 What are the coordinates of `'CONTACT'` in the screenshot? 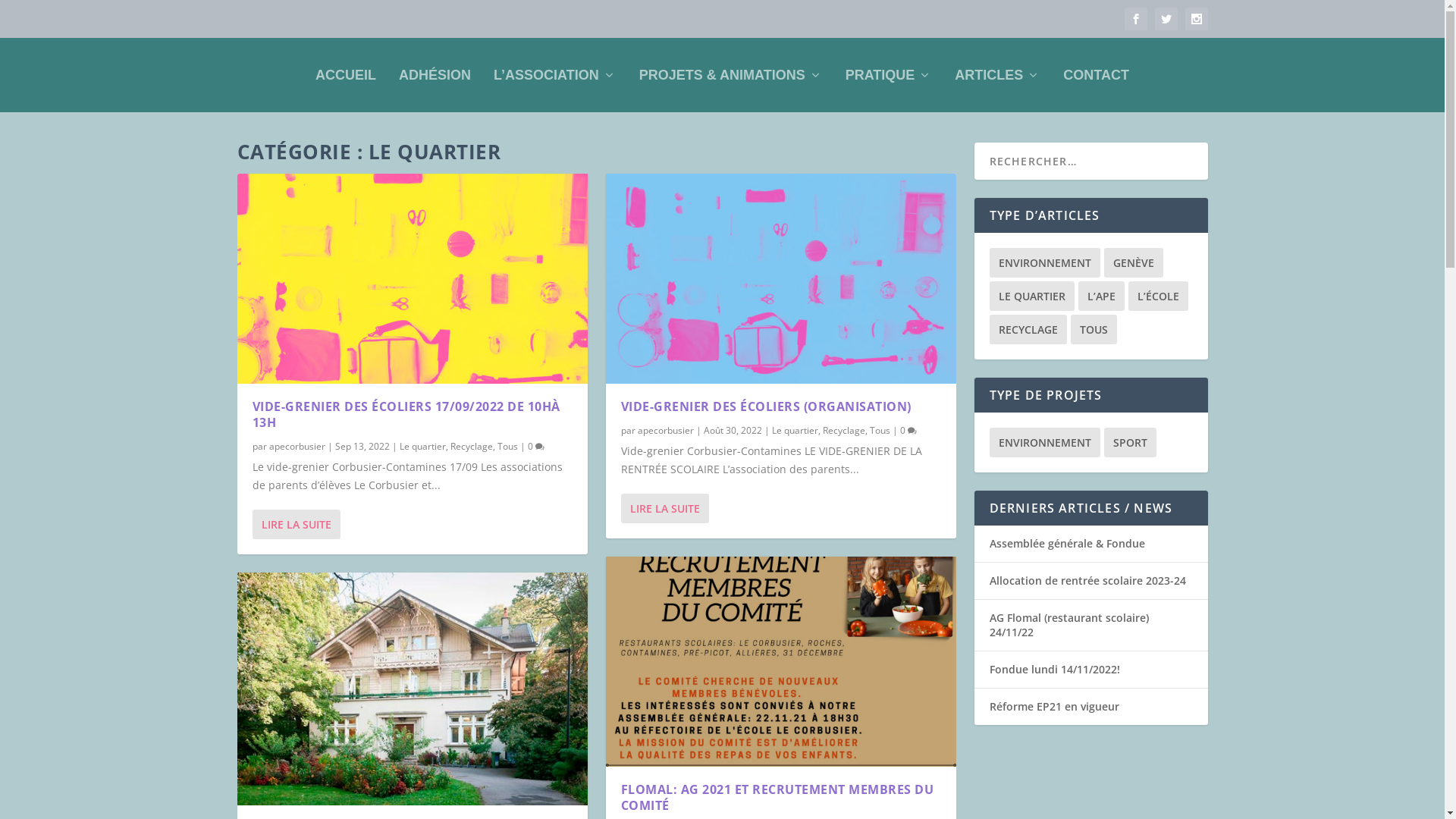 It's located at (1096, 75).